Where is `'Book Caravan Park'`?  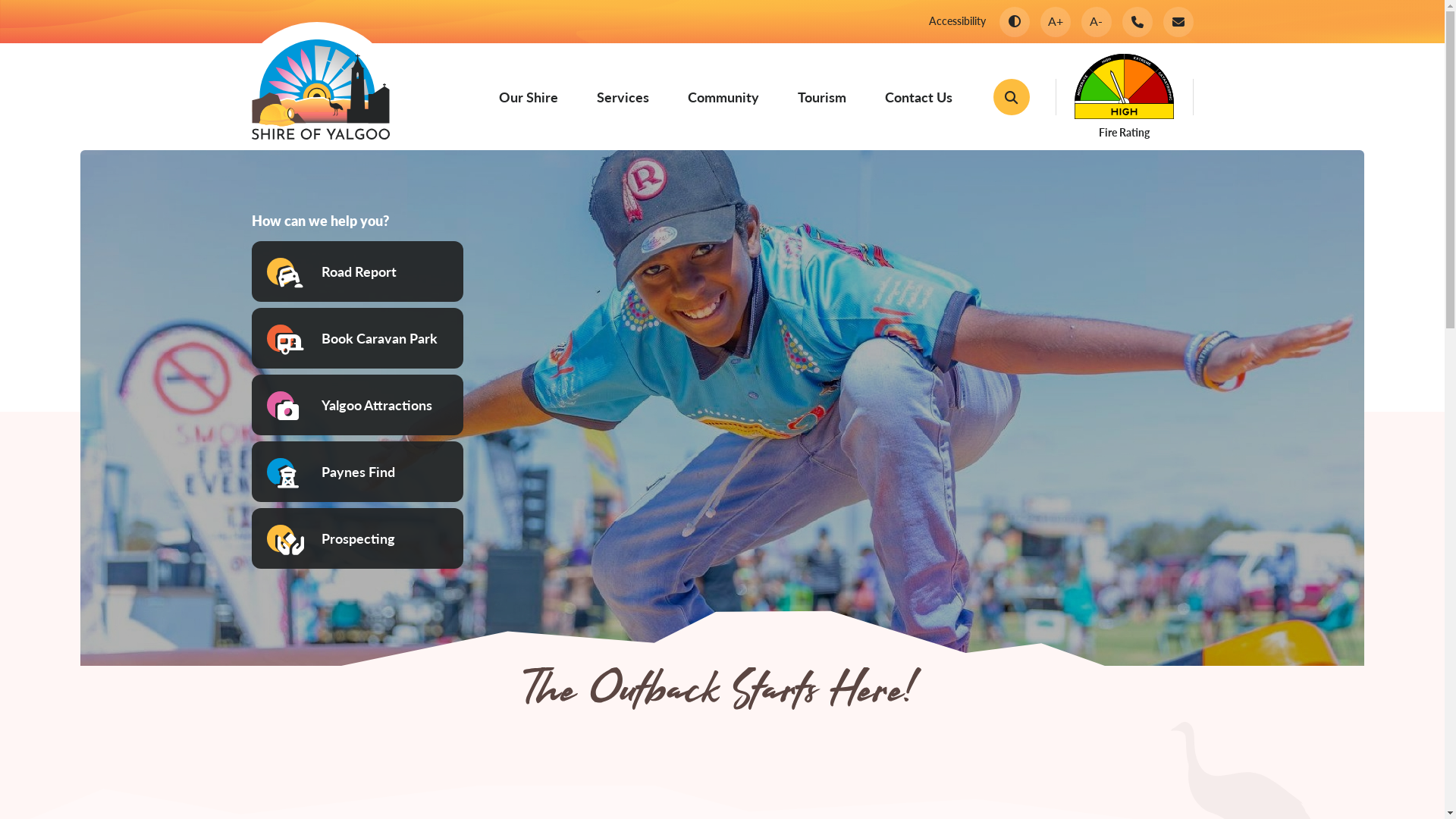
'Book Caravan Park' is located at coordinates (356, 337).